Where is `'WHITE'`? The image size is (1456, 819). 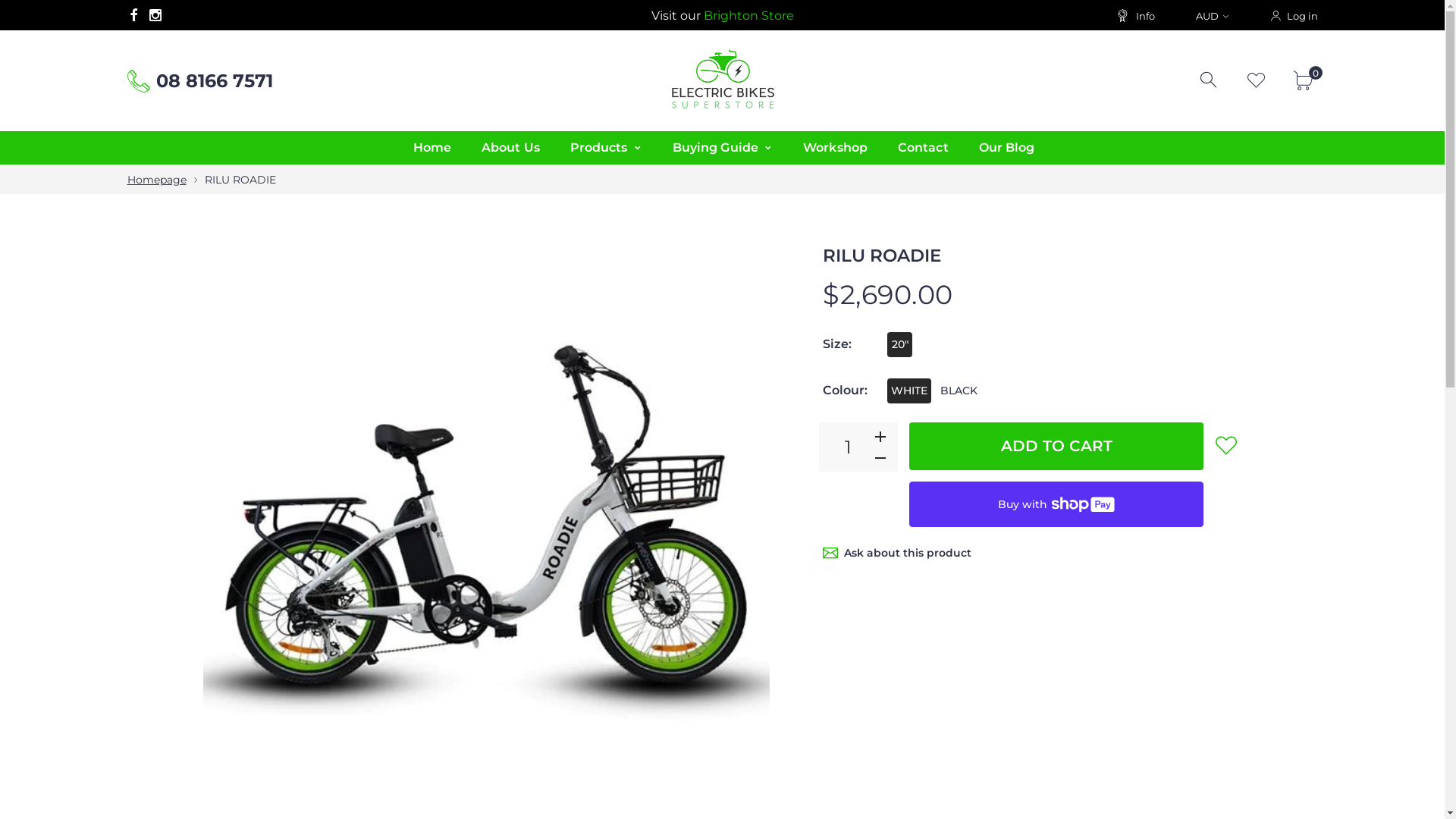
'WHITE' is located at coordinates (909, 390).